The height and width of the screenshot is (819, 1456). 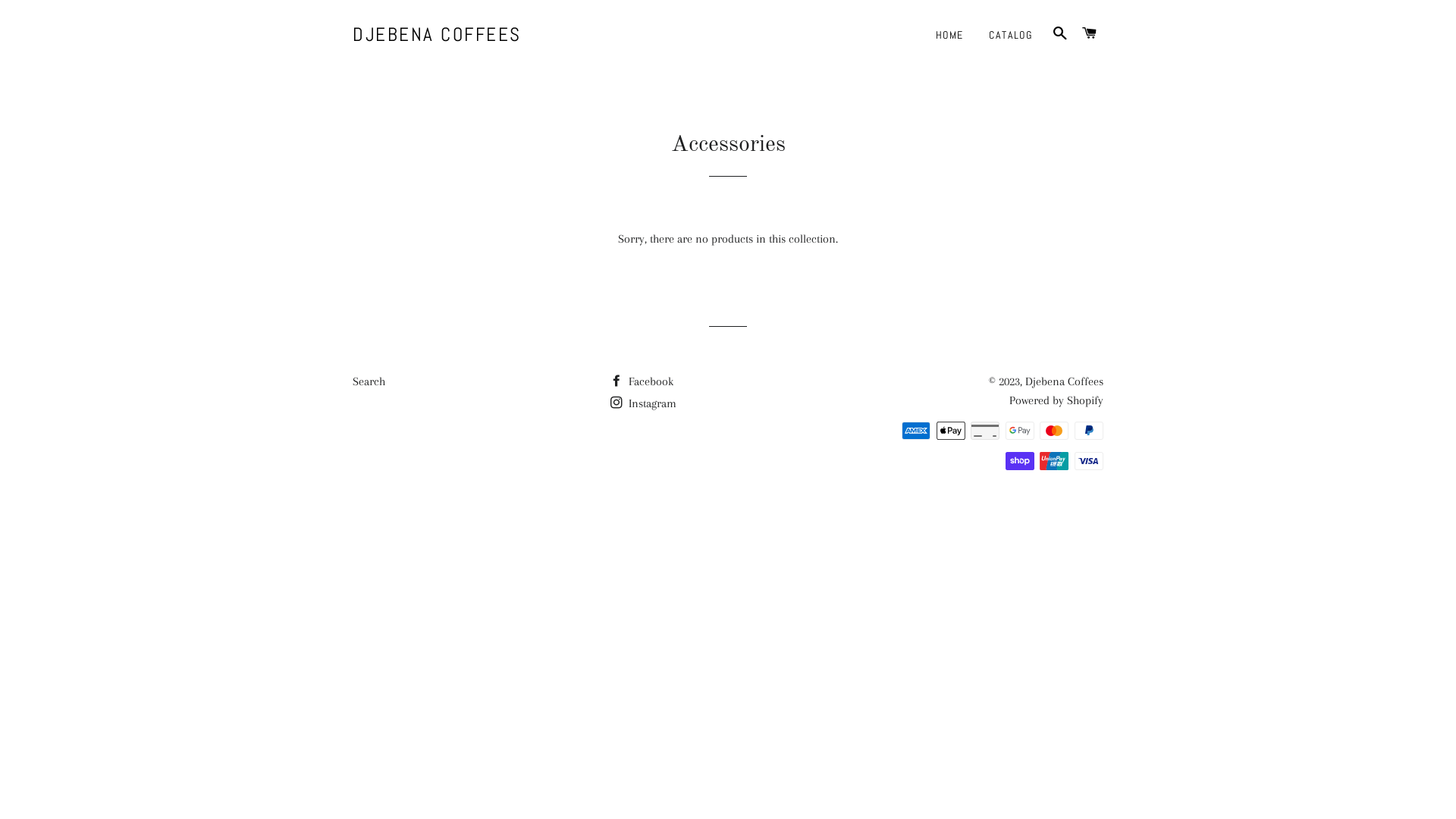 I want to click on 'HOME', so click(x=949, y=34).